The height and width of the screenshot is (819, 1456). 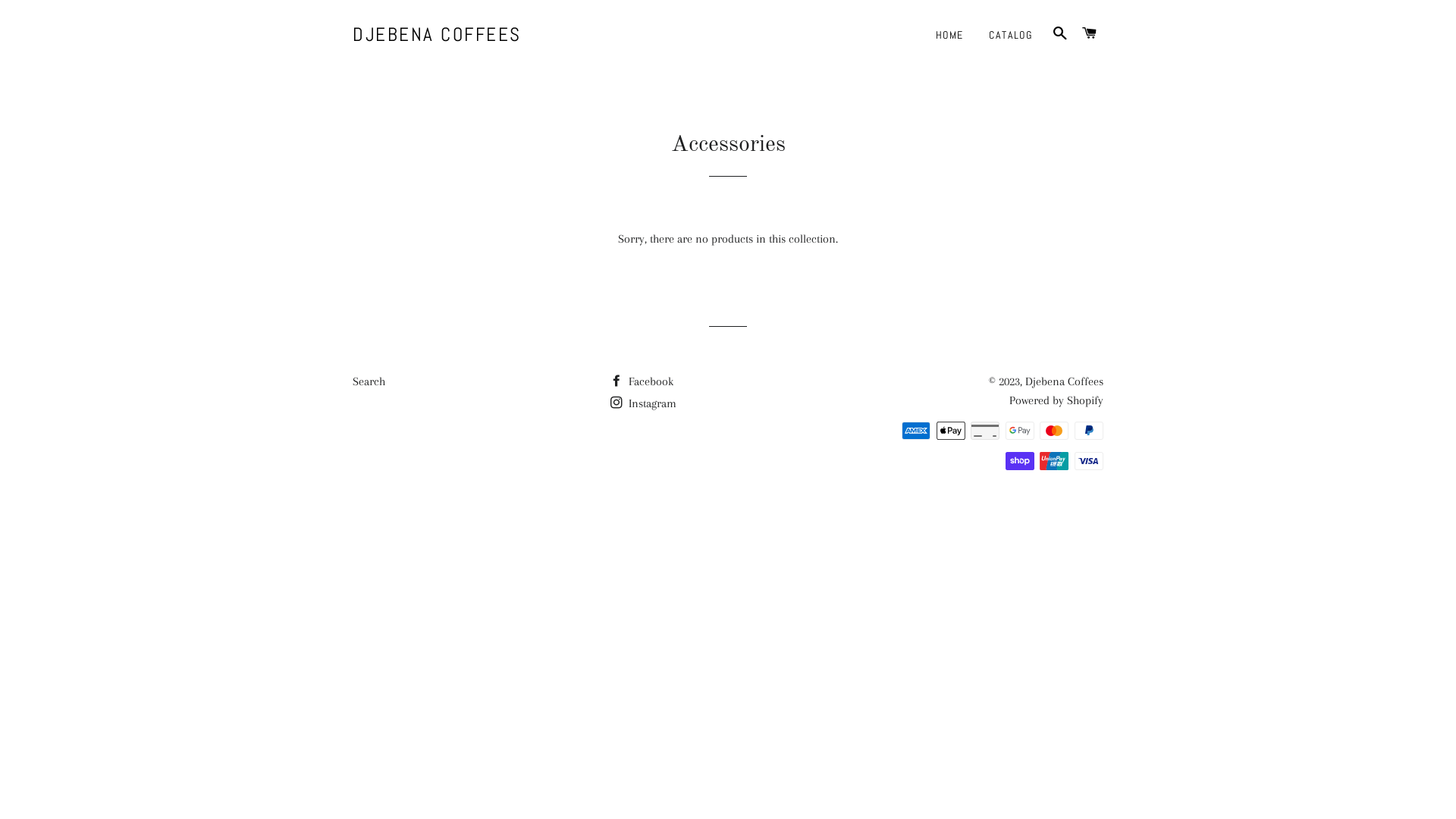 I want to click on 'HOME', so click(x=949, y=34).